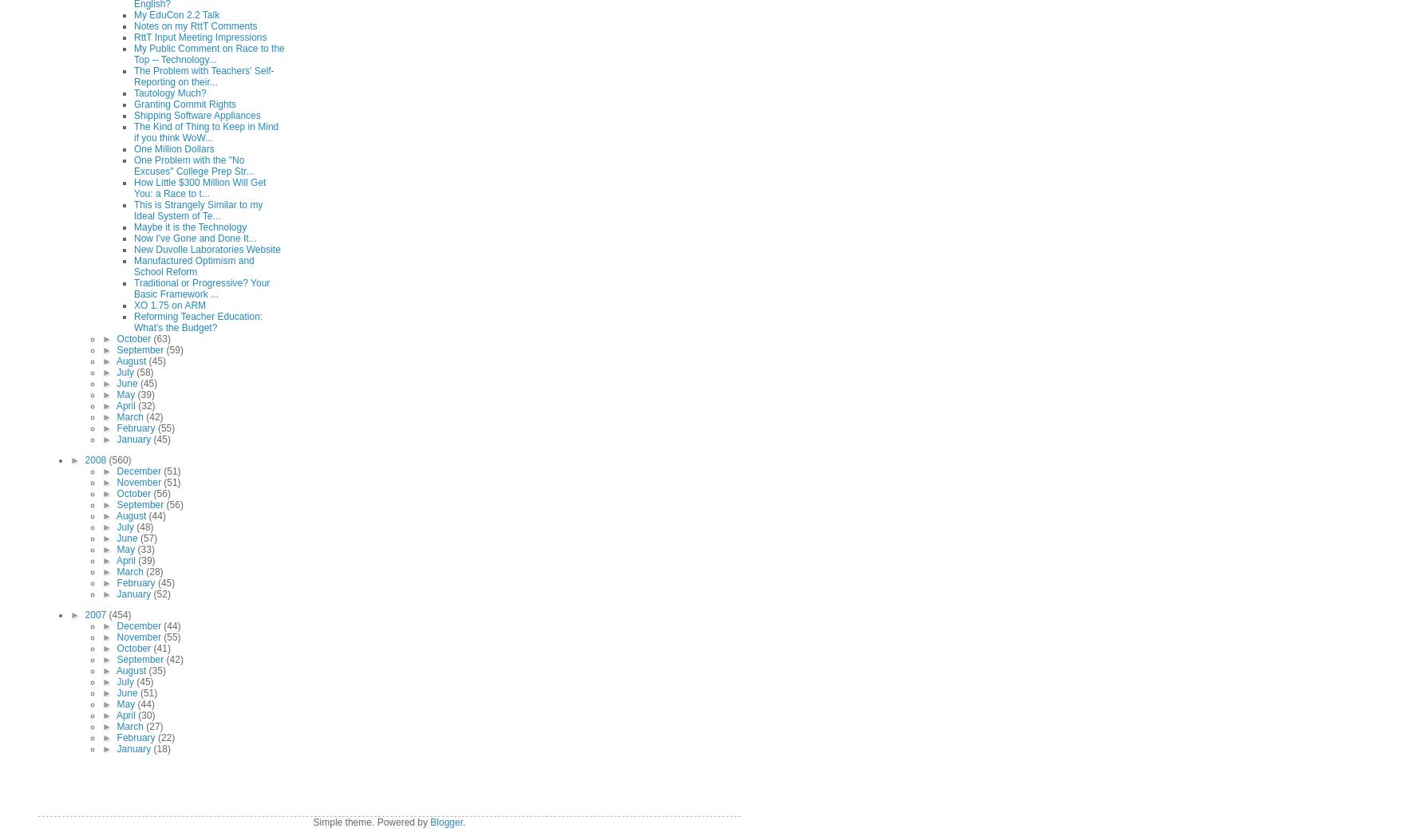  Describe the element at coordinates (118, 460) in the screenshot. I see `'(560)'` at that location.